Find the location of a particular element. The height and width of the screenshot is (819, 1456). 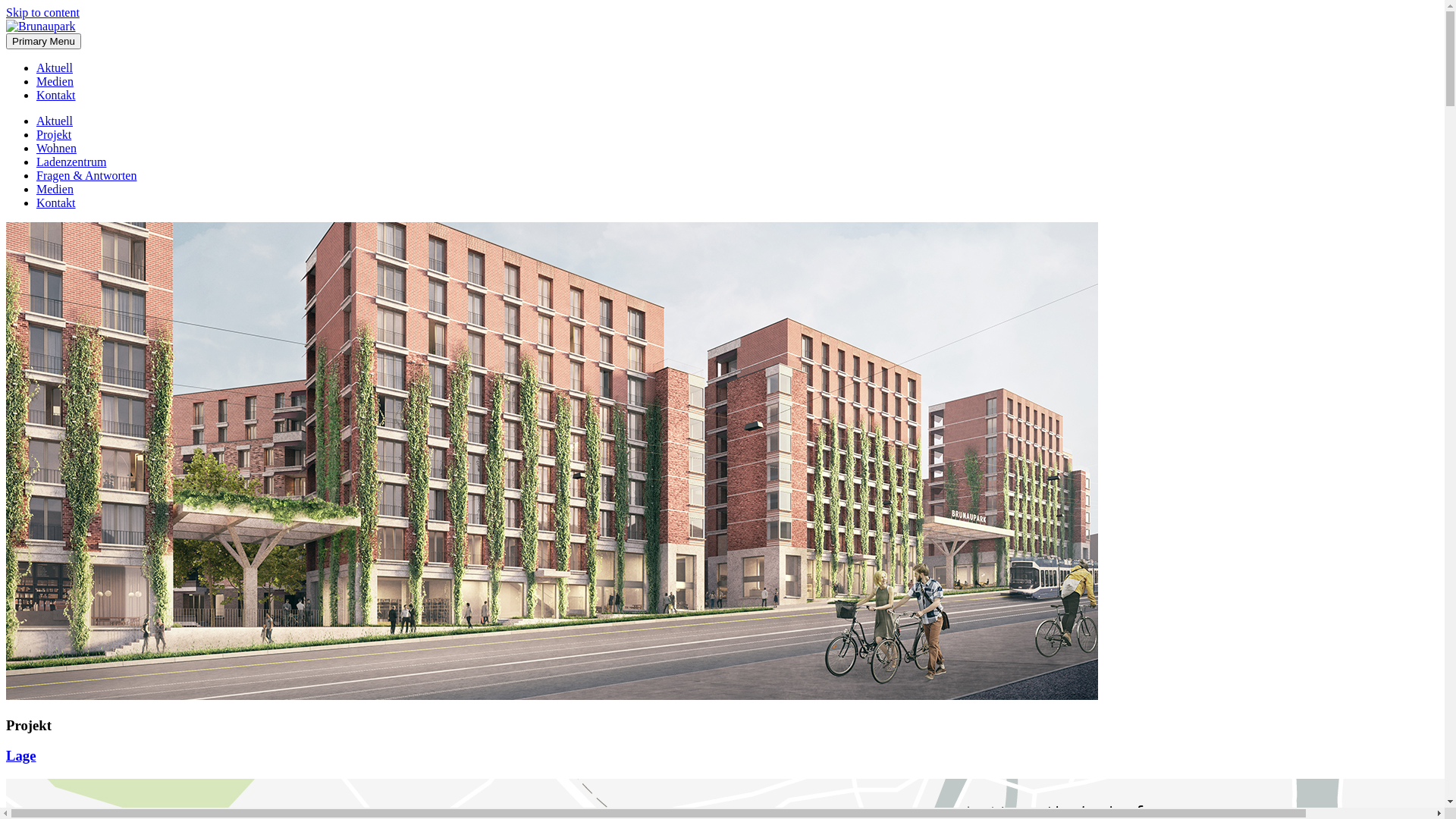

'Ladenzentrum' is located at coordinates (71, 162).